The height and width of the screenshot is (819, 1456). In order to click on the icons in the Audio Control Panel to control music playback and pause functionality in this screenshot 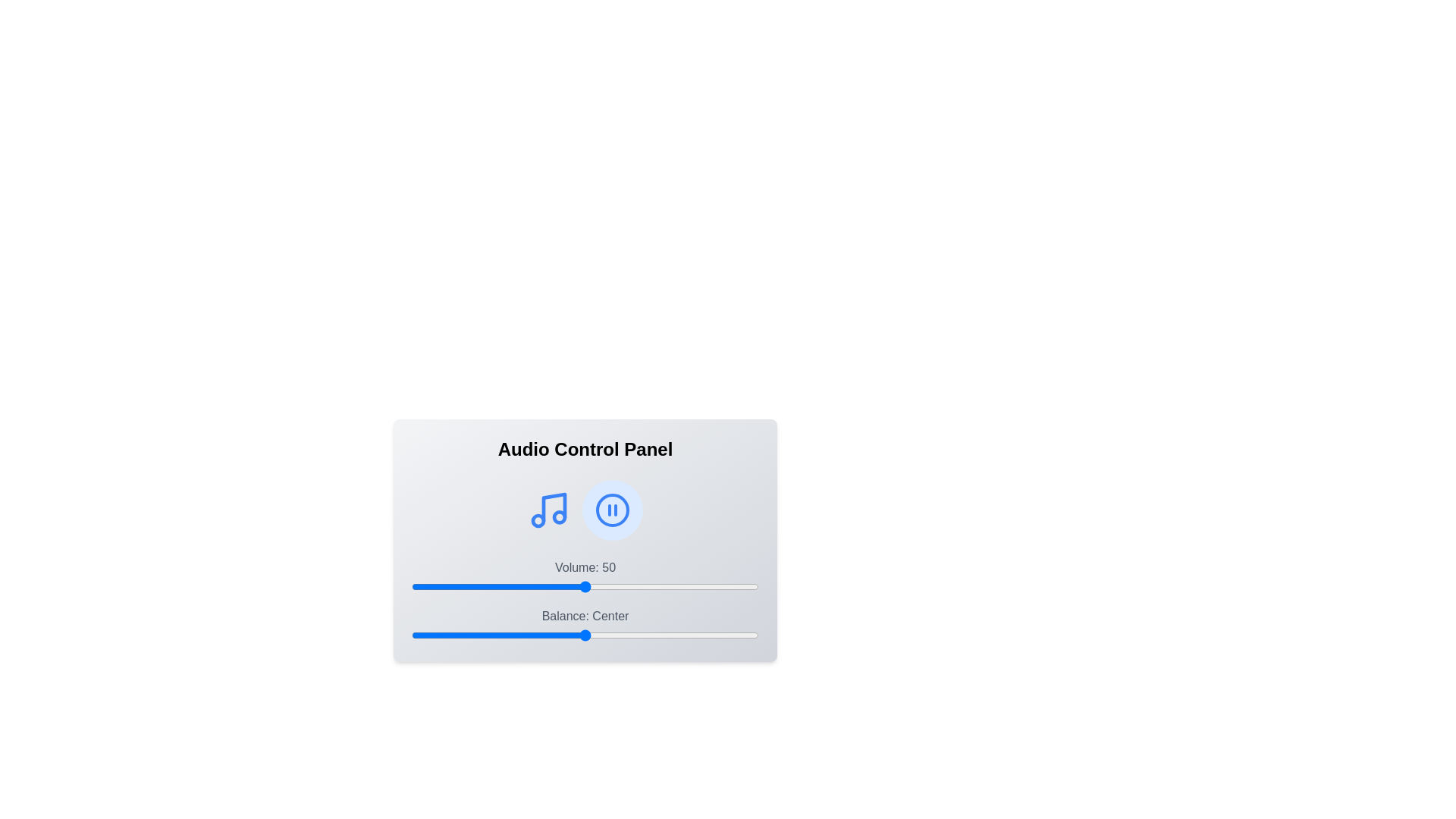, I will do `click(585, 510)`.